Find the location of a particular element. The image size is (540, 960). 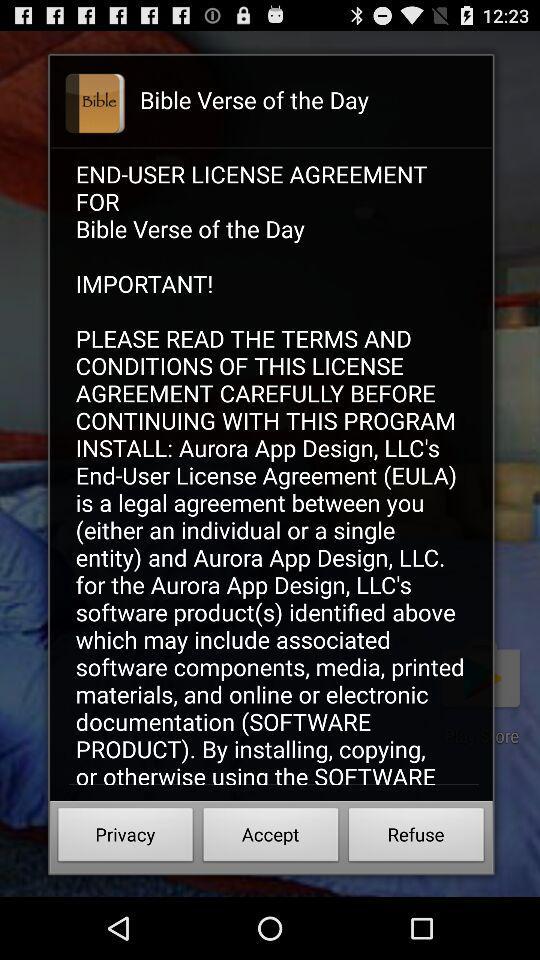

icon next to the privacy button is located at coordinates (270, 837).